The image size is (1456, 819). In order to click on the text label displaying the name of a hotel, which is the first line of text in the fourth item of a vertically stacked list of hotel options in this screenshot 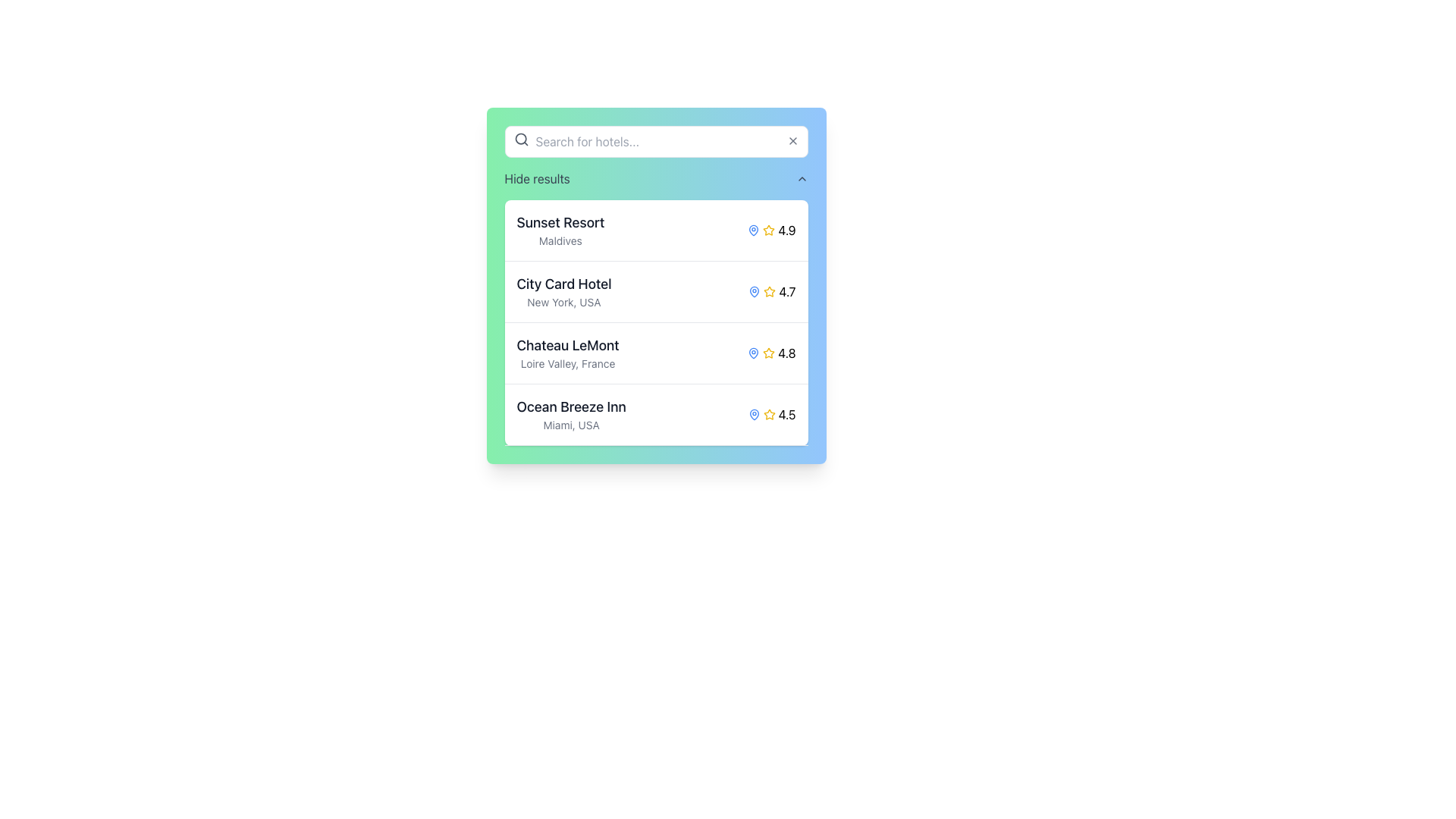, I will do `click(570, 406)`.